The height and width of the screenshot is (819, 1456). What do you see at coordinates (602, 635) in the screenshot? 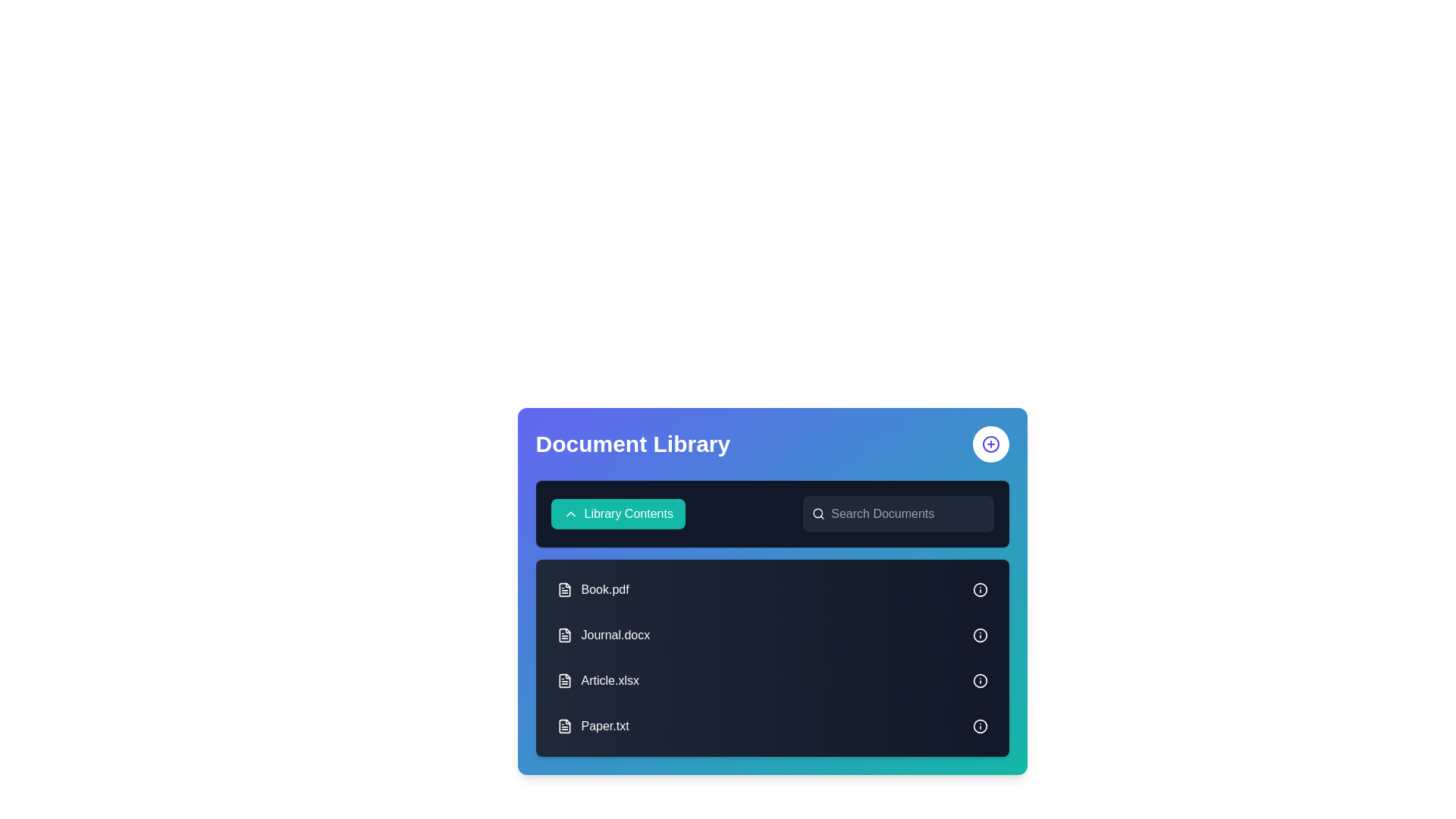
I see `to select the file represented by the second entry in the vertical list of files, positioned between 'Book.pdf' and 'Article.xlsx'` at bounding box center [602, 635].